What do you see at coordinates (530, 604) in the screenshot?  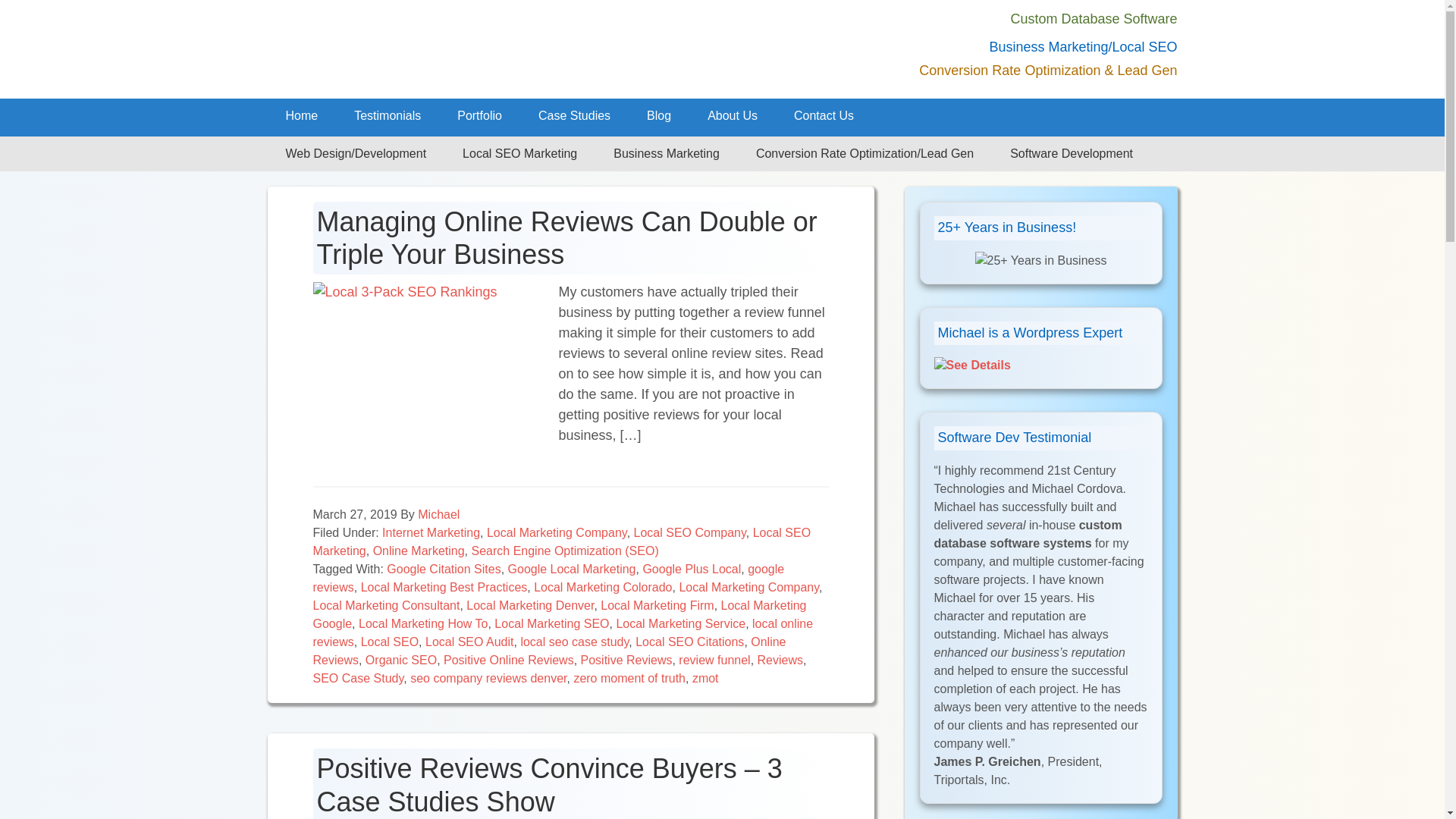 I see `'Local Marketing Denver'` at bounding box center [530, 604].